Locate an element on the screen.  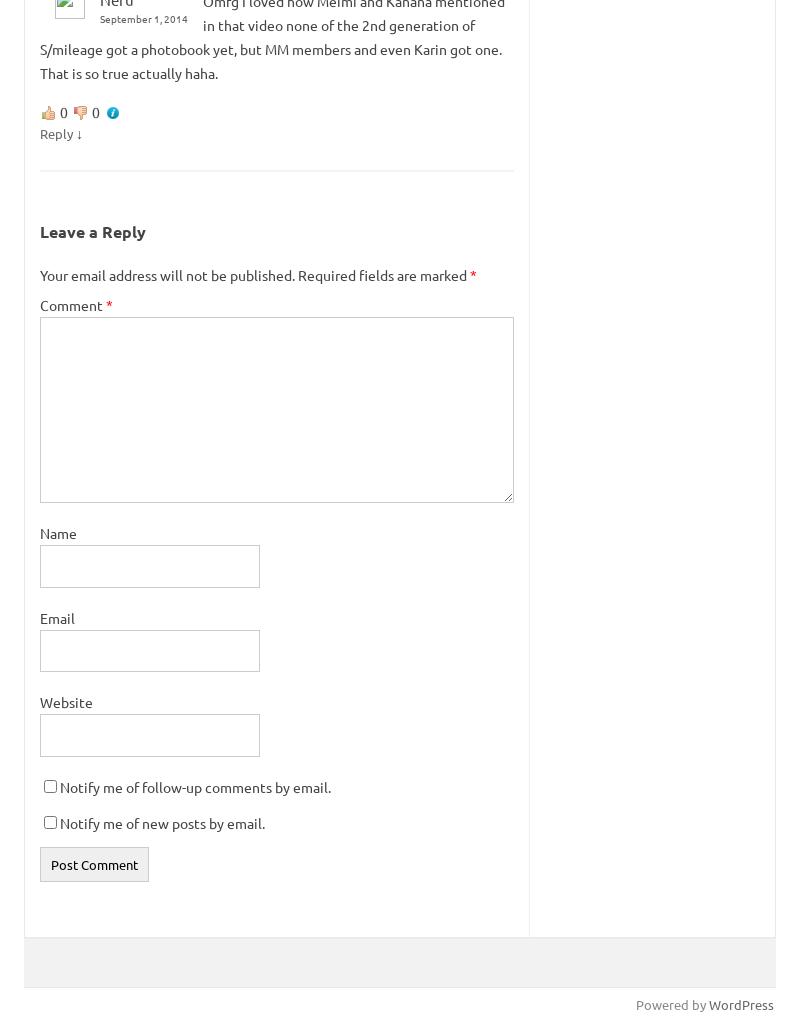
'Name' is located at coordinates (57, 531).